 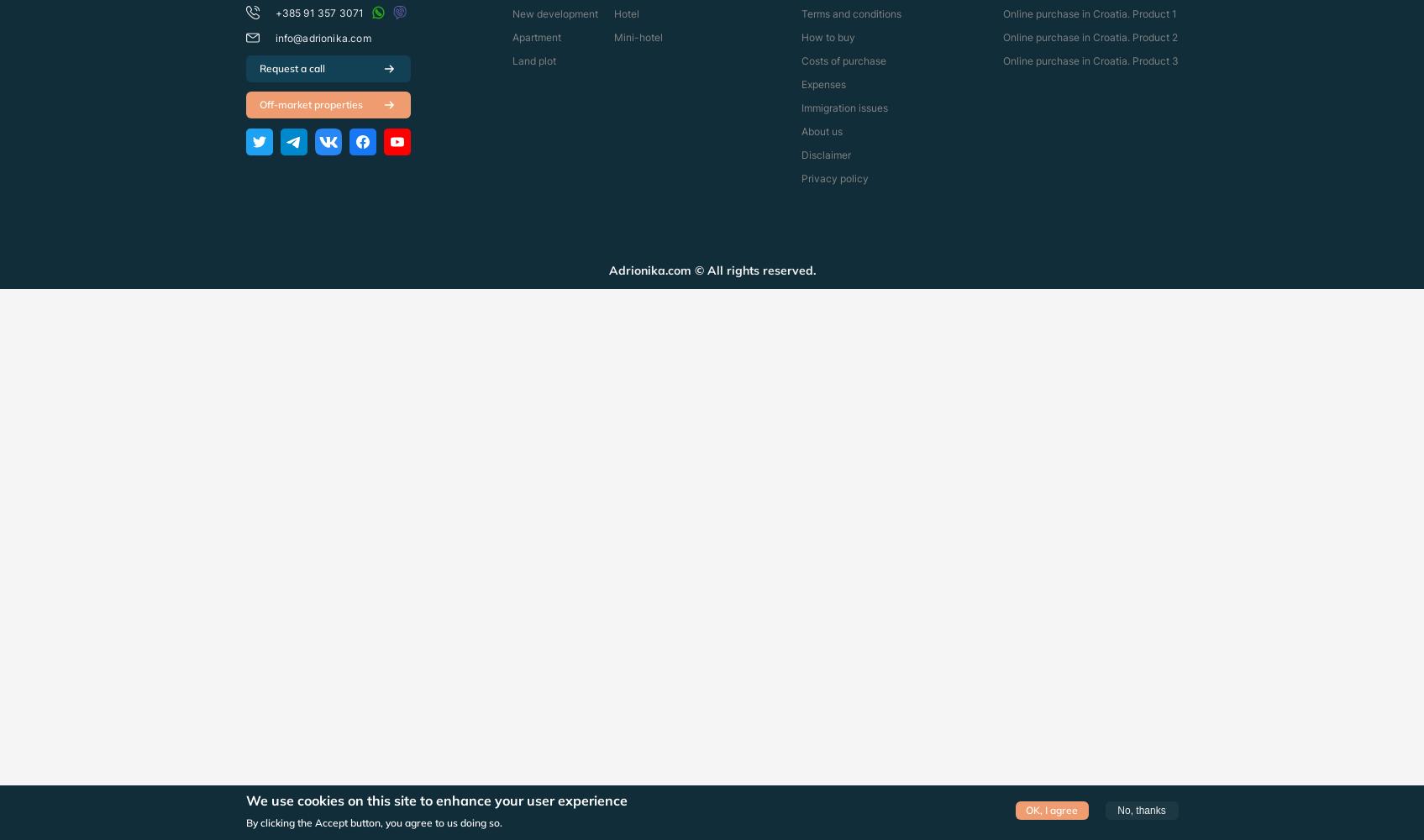 What do you see at coordinates (826, 37) in the screenshot?
I see `'How to buy'` at bounding box center [826, 37].